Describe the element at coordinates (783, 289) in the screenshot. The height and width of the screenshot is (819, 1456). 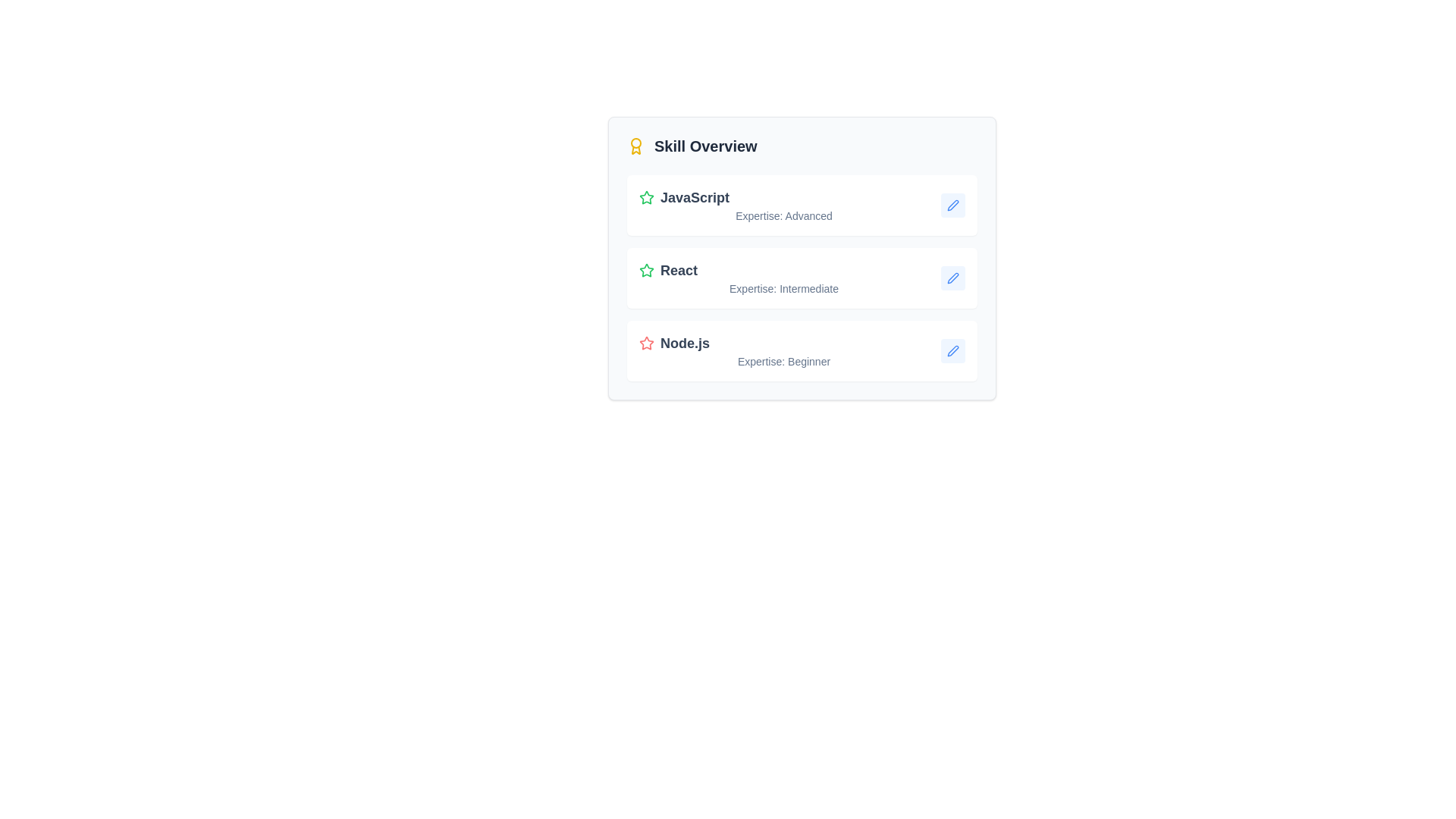
I see `the informational text label that indicates the expertise level associated with the 'React' skill, located beneath the 'React' title in the second skill block of the skill overview card` at that location.